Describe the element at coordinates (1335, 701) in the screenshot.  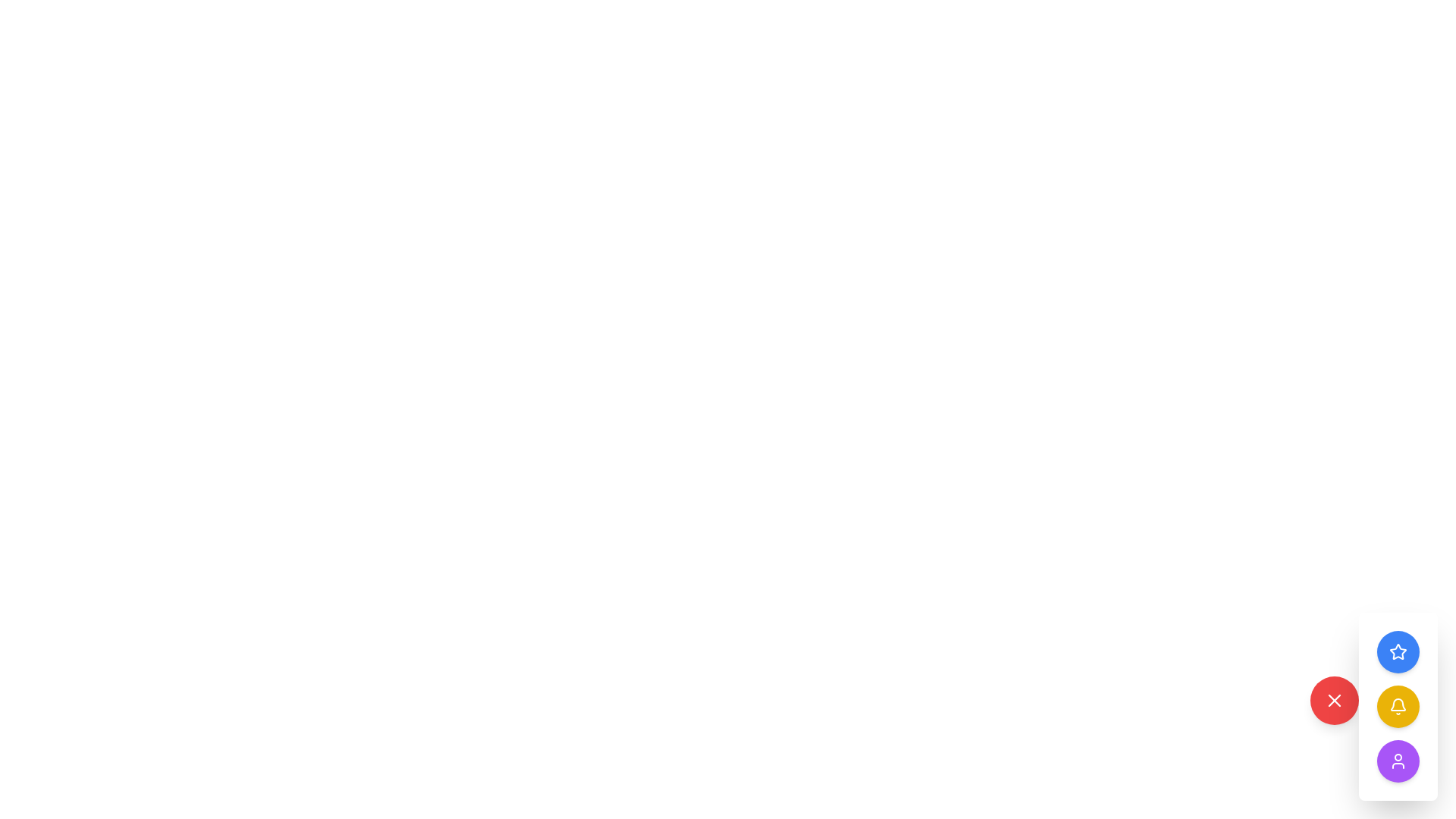
I see `the red circular button with a white 'X' icon` at that location.